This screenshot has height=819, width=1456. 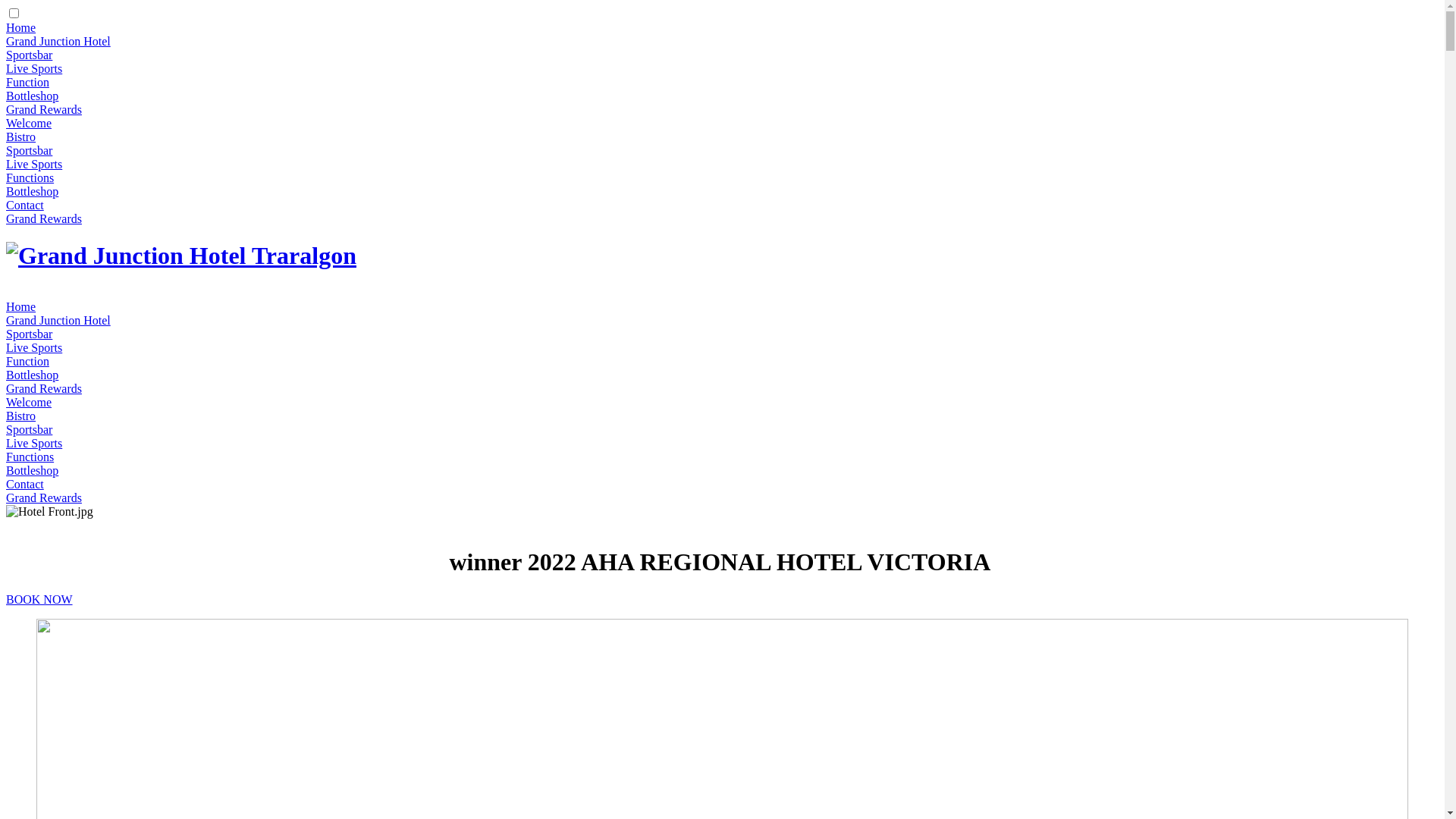 What do you see at coordinates (58, 319) in the screenshot?
I see `'Grand Junction Hotel'` at bounding box center [58, 319].